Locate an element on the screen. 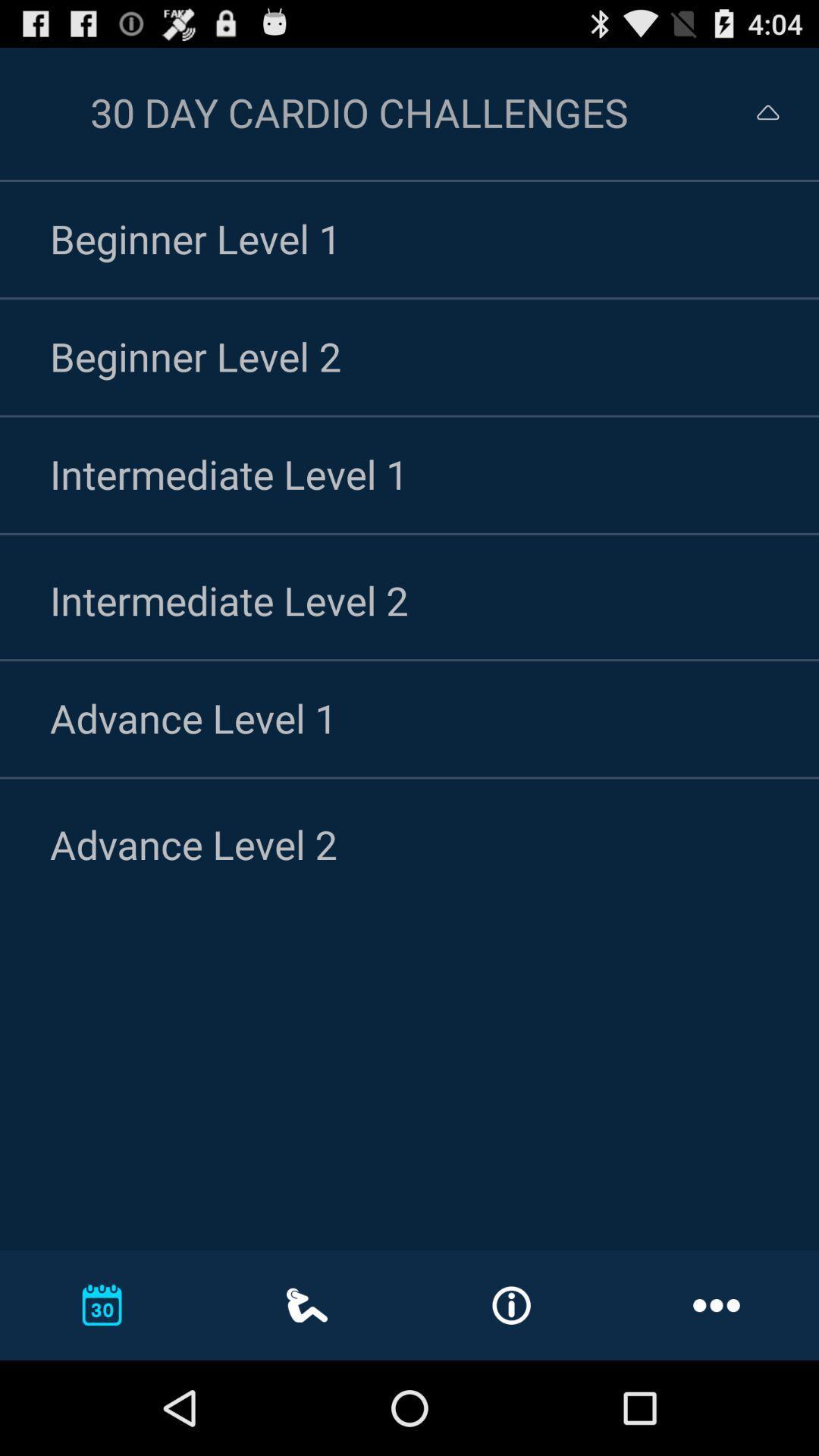  return to the previous screen is located at coordinates (754, 111).